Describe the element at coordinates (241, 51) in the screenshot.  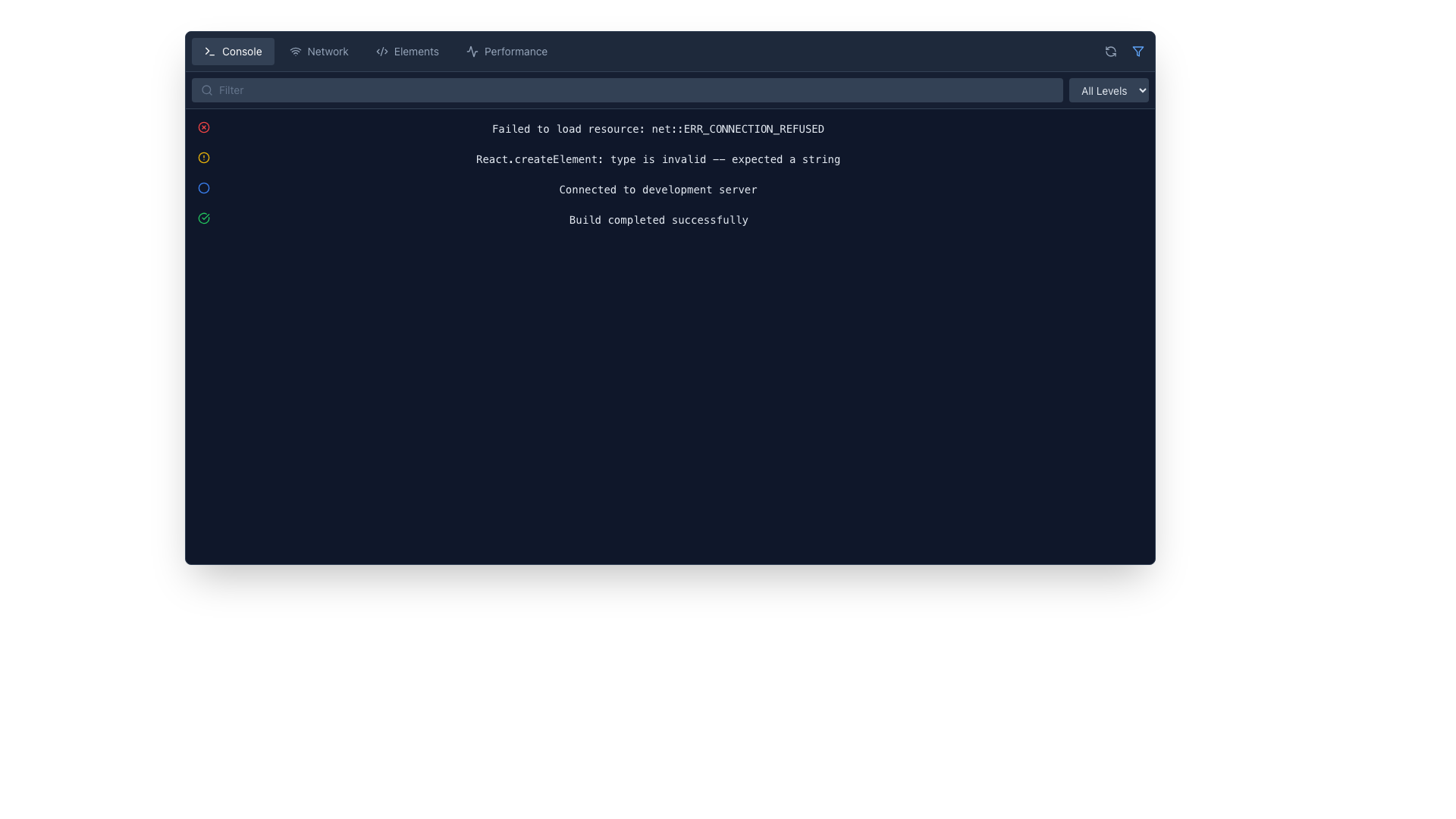
I see `the 'Console' label text, which is a white sans-serif font located at the left end of the top navigation bar` at that location.